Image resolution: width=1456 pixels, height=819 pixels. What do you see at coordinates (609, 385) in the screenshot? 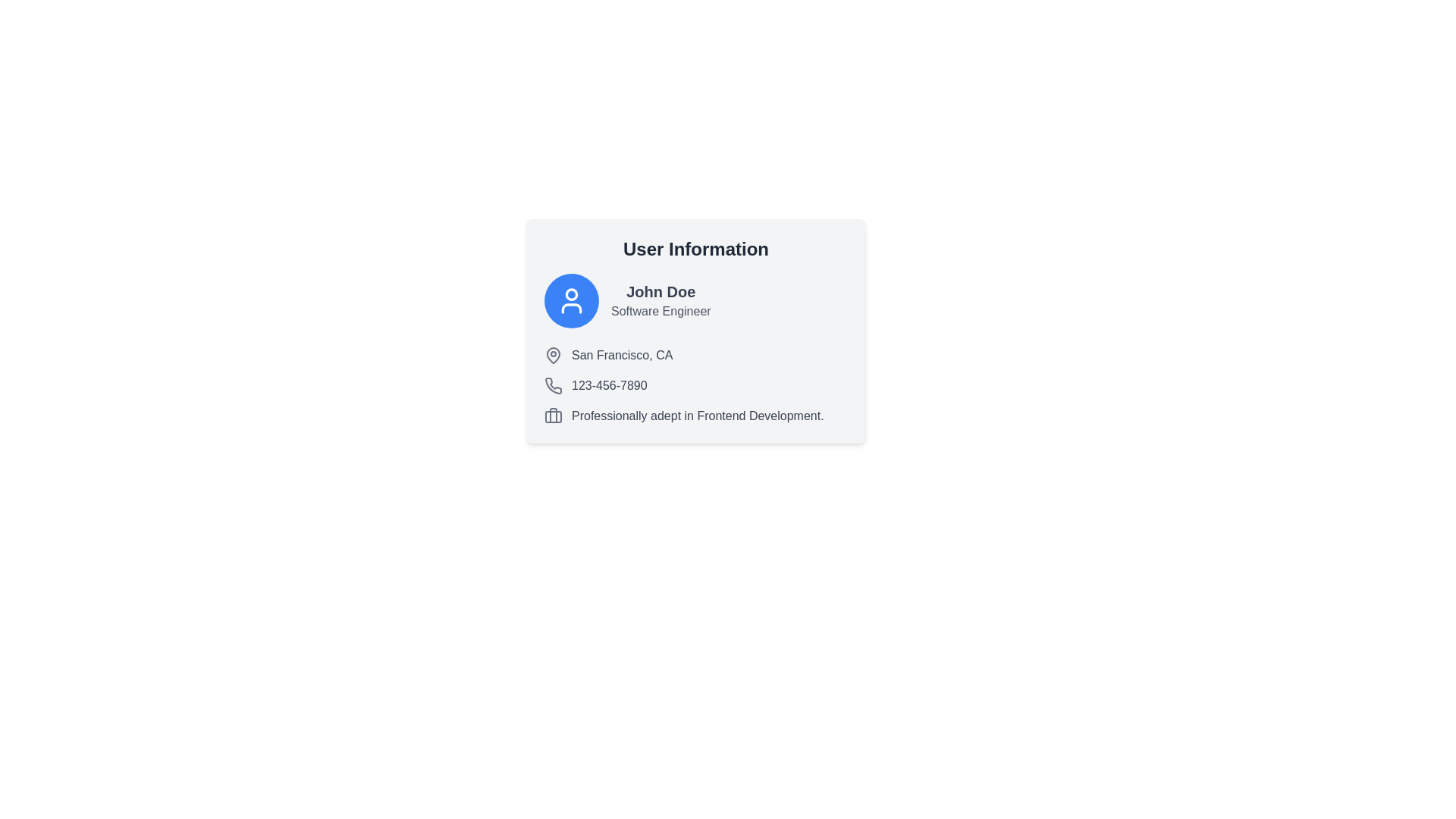
I see `the static text label displaying the phone number '123-456-7890' located next to the phone icon in the contact information section of the card` at bounding box center [609, 385].